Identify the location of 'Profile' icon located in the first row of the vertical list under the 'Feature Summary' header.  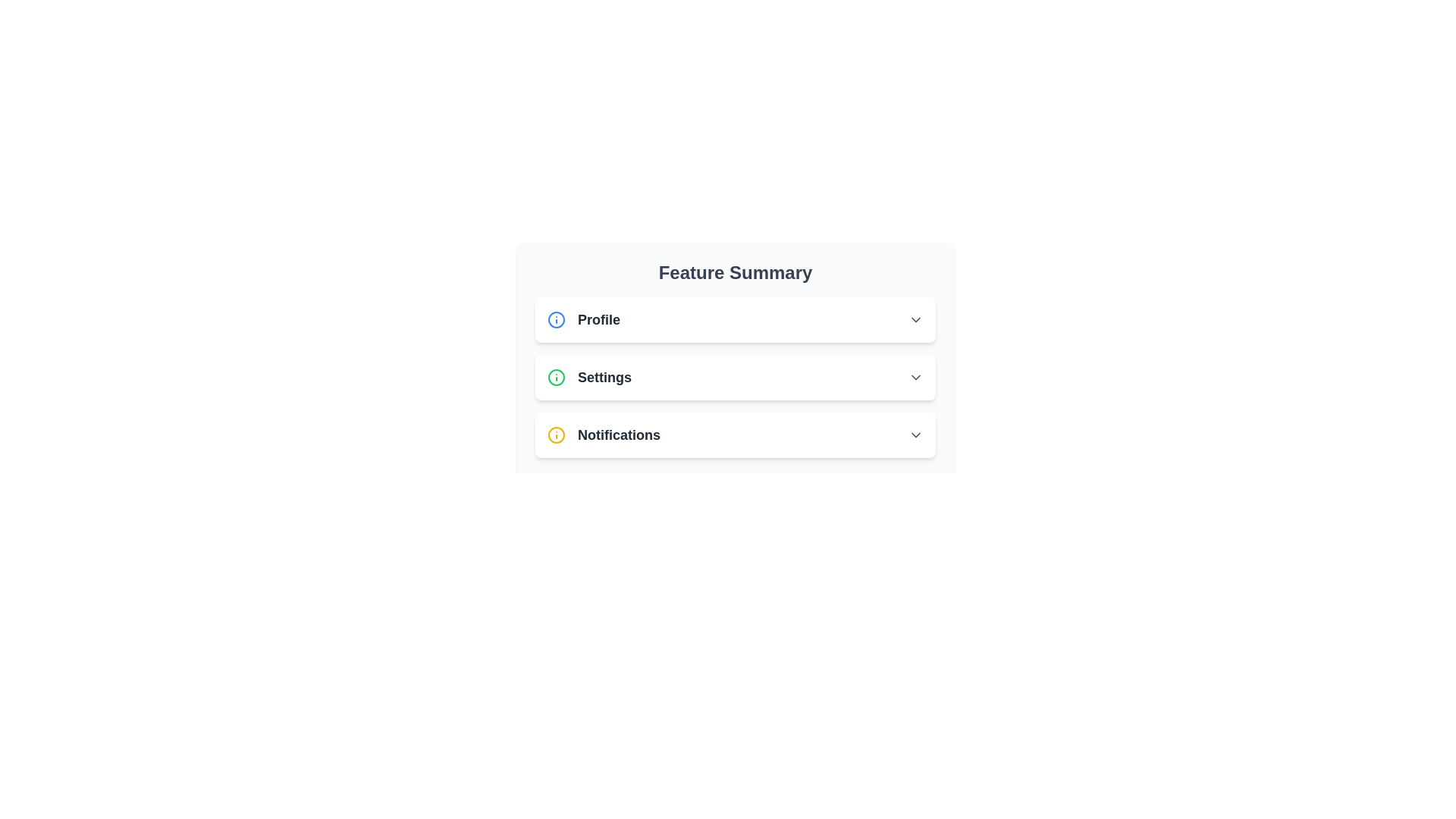
(556, 318).